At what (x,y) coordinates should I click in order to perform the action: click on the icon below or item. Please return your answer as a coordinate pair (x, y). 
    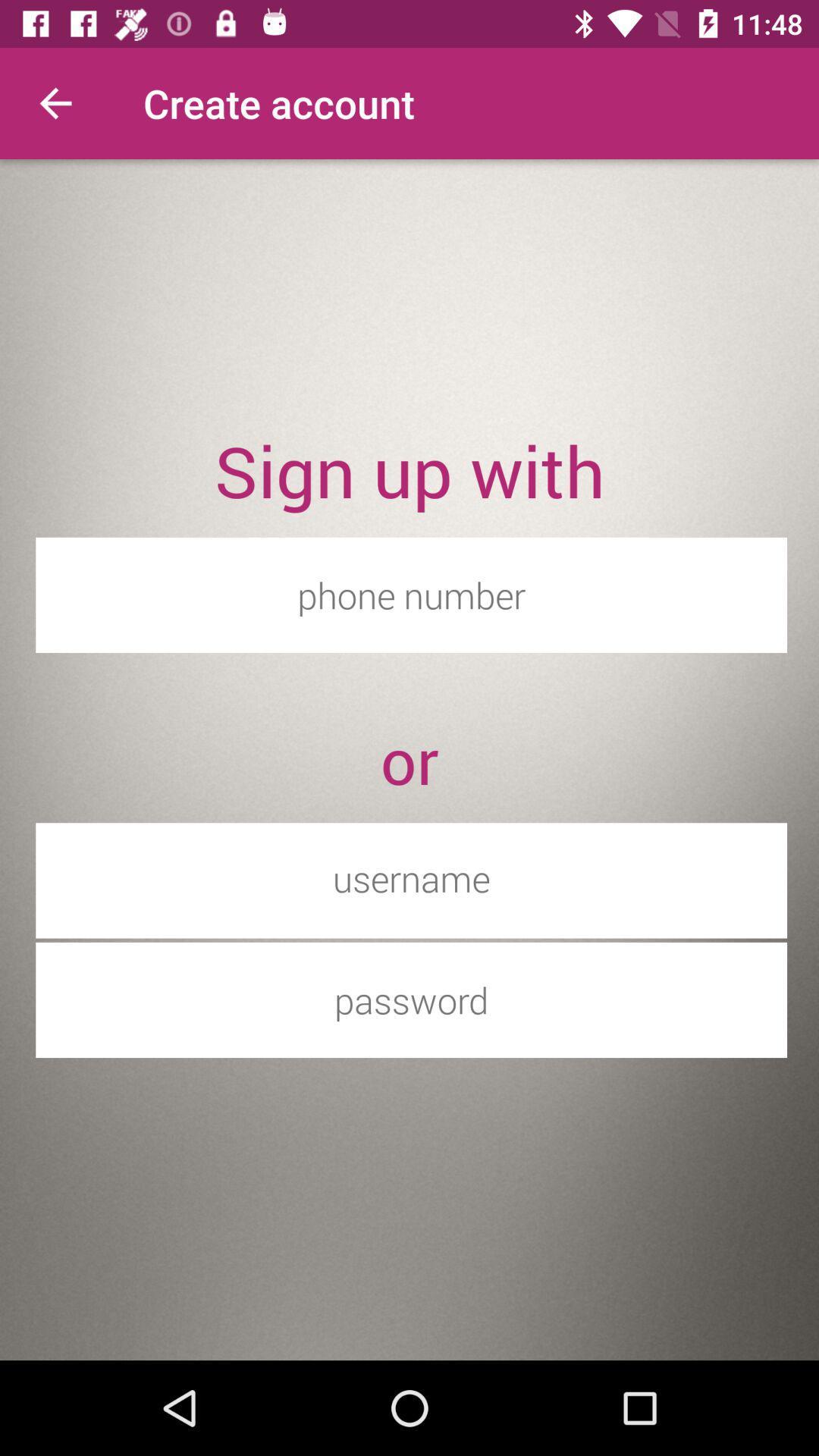
    Looking at the image, I should click on (411, 878).